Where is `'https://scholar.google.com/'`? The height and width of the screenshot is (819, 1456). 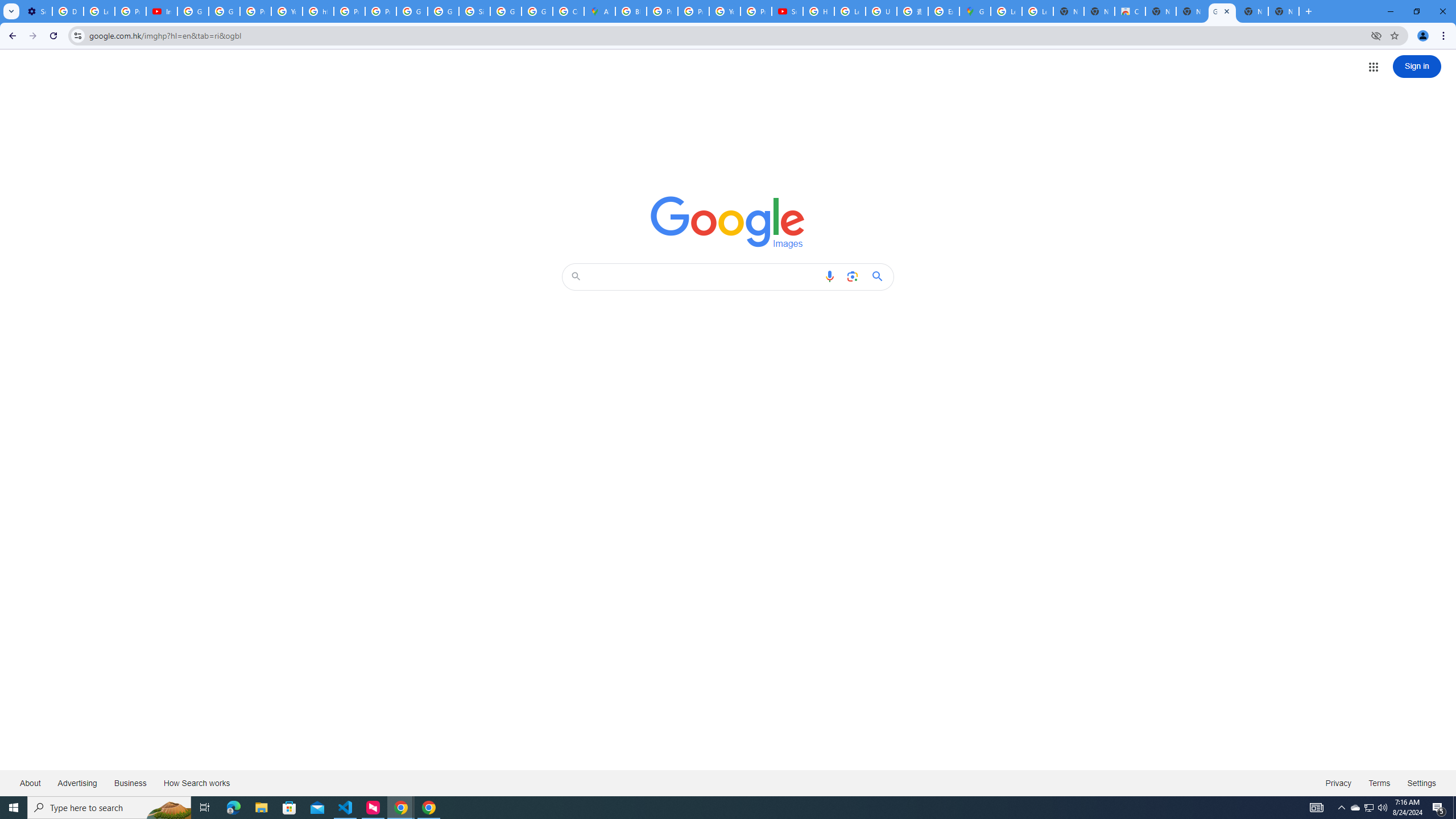
'https://scholar.google.com/' is located at coordinates (317, 11).